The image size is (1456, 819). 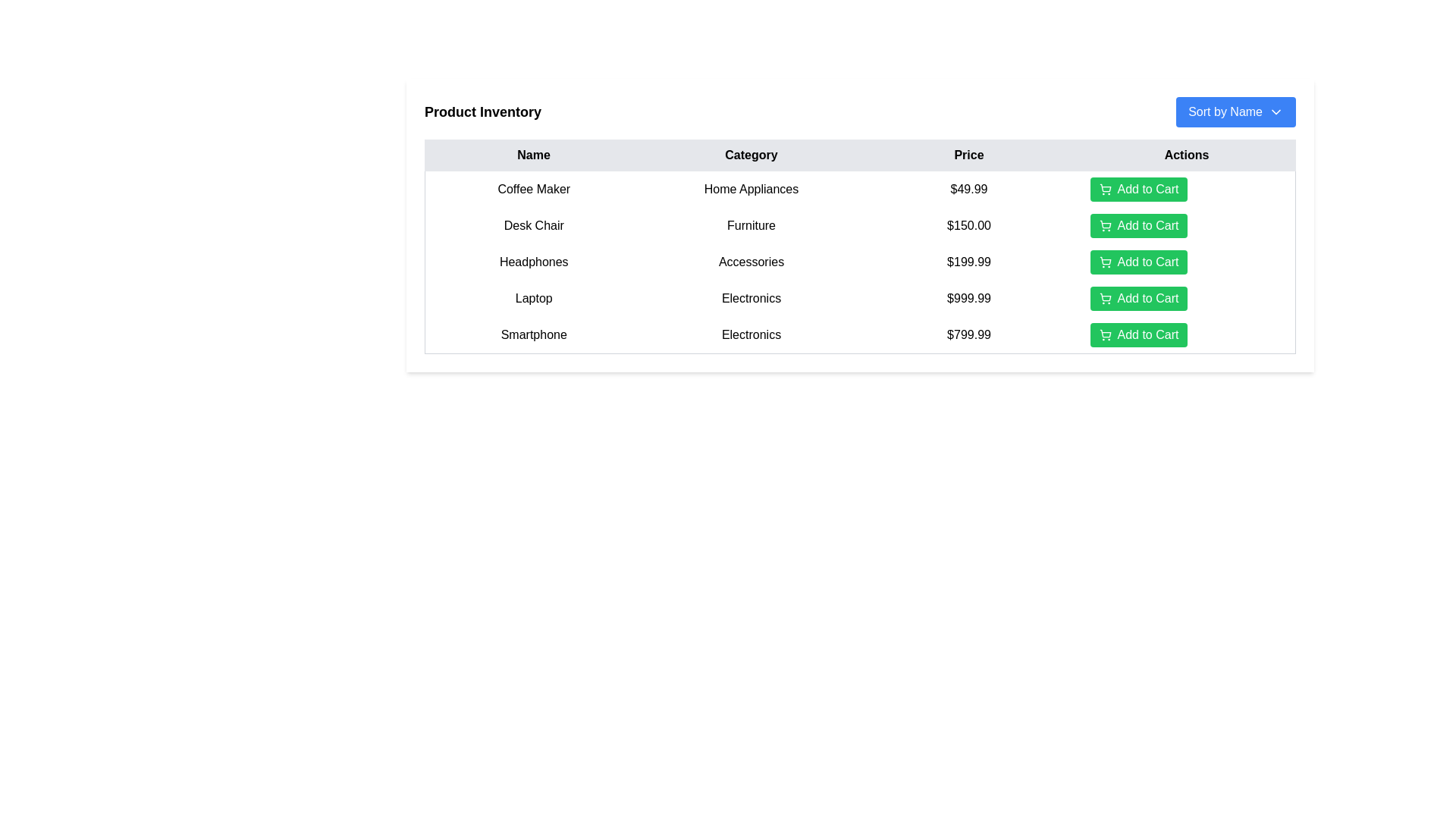 I want to click on the shopping cart icon inside the 'Add to Cart' button for the 'Smartphone' item in the 'Actions' column, so click(x=1105, y=334).